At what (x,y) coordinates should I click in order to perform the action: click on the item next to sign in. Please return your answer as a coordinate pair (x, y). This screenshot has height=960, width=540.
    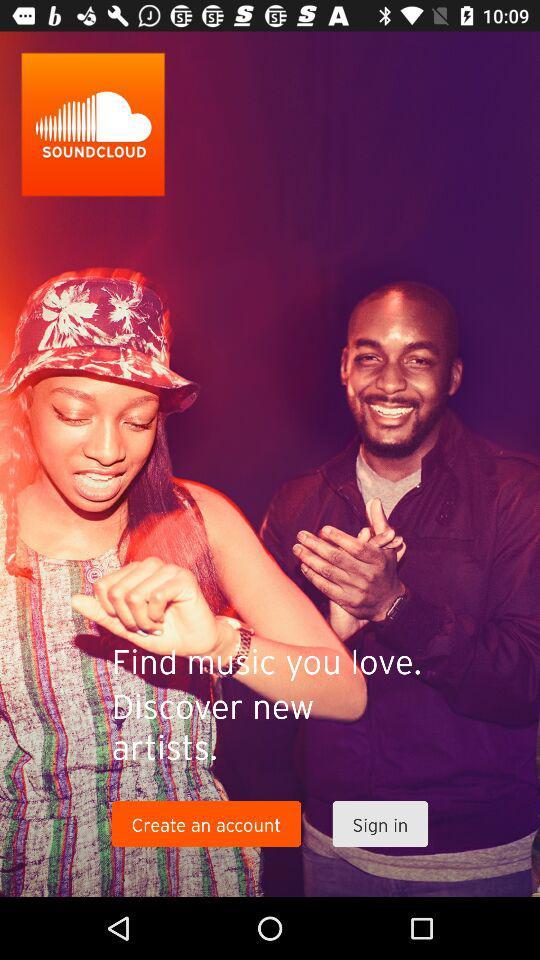
    Looking at the image, I should click on (205, 824).